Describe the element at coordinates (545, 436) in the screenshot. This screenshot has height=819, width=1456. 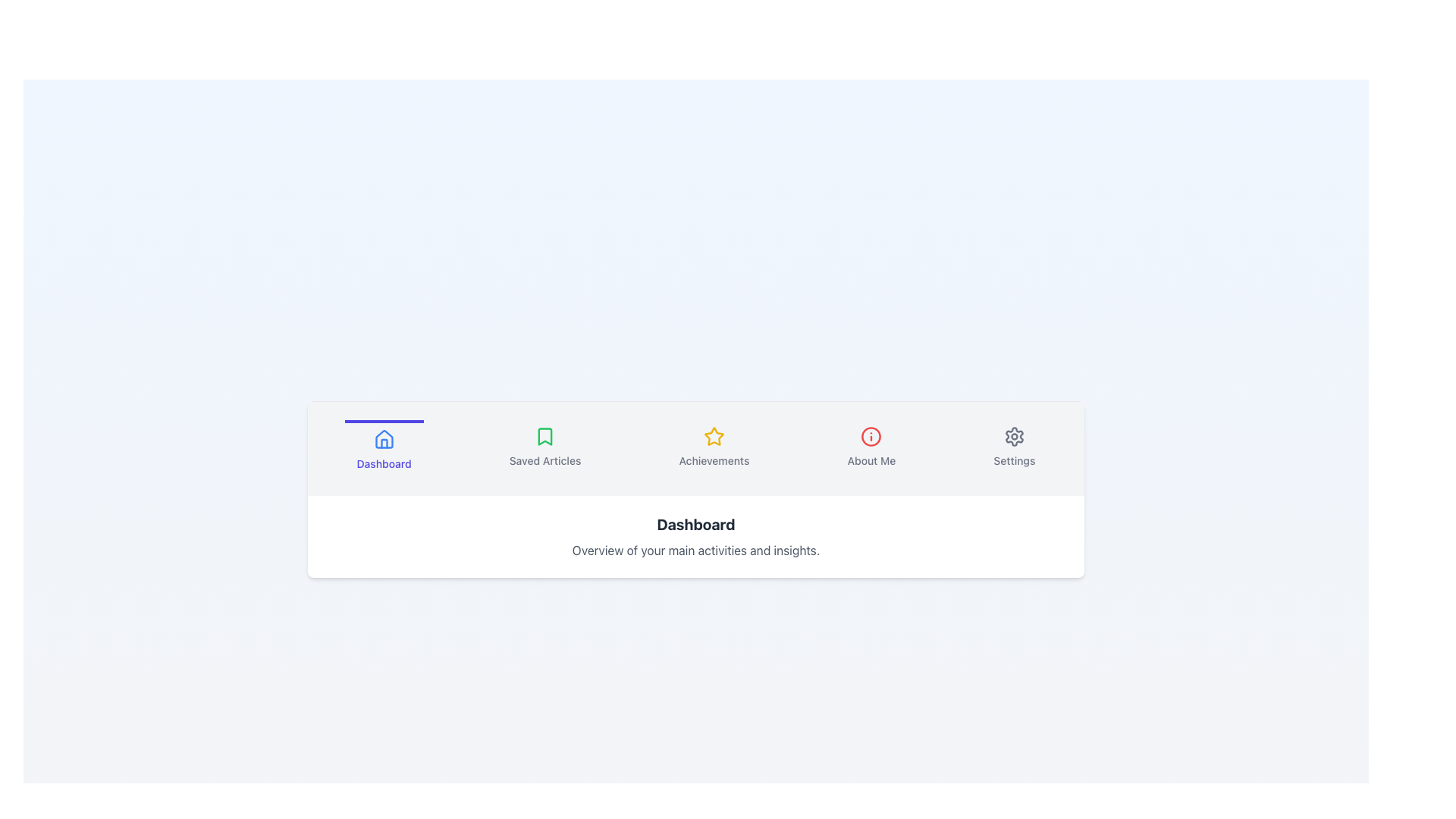
I see `the bookmarking icon that visually represents the 'Saved Articles' menu item, located above the text 'Saved Articles'` at that location.